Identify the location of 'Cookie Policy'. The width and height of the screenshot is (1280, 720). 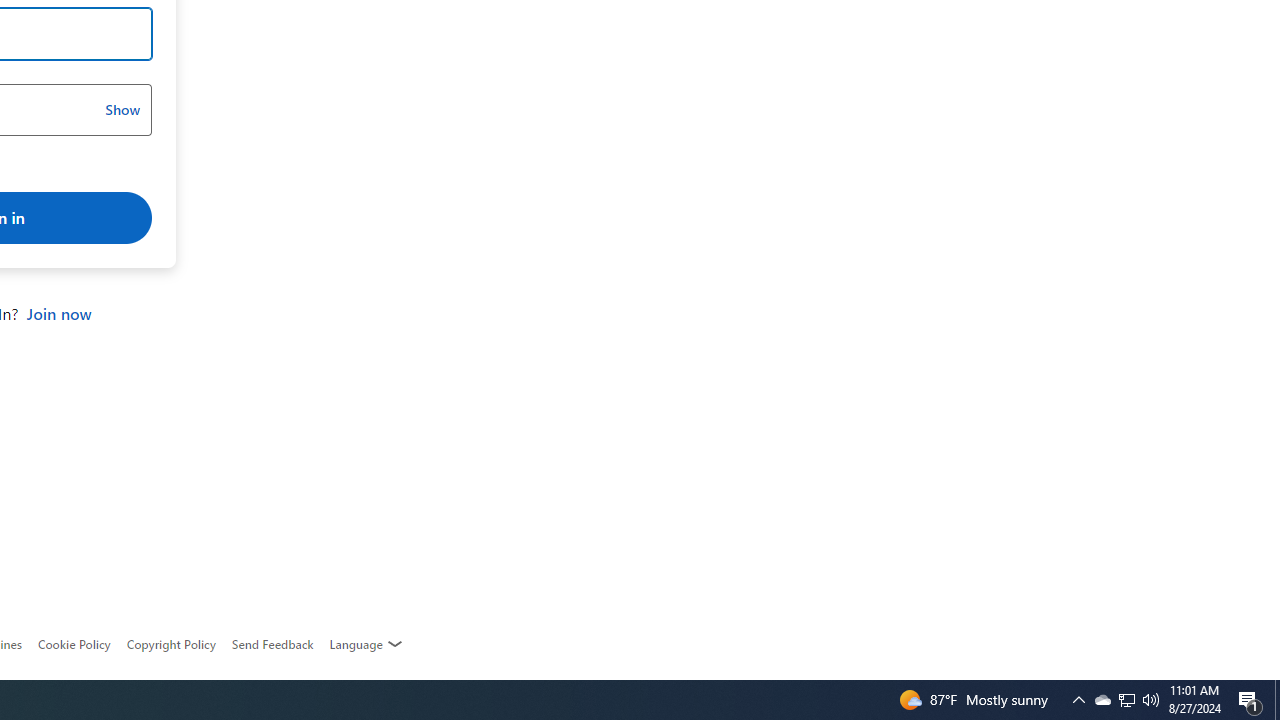
(74, 644).